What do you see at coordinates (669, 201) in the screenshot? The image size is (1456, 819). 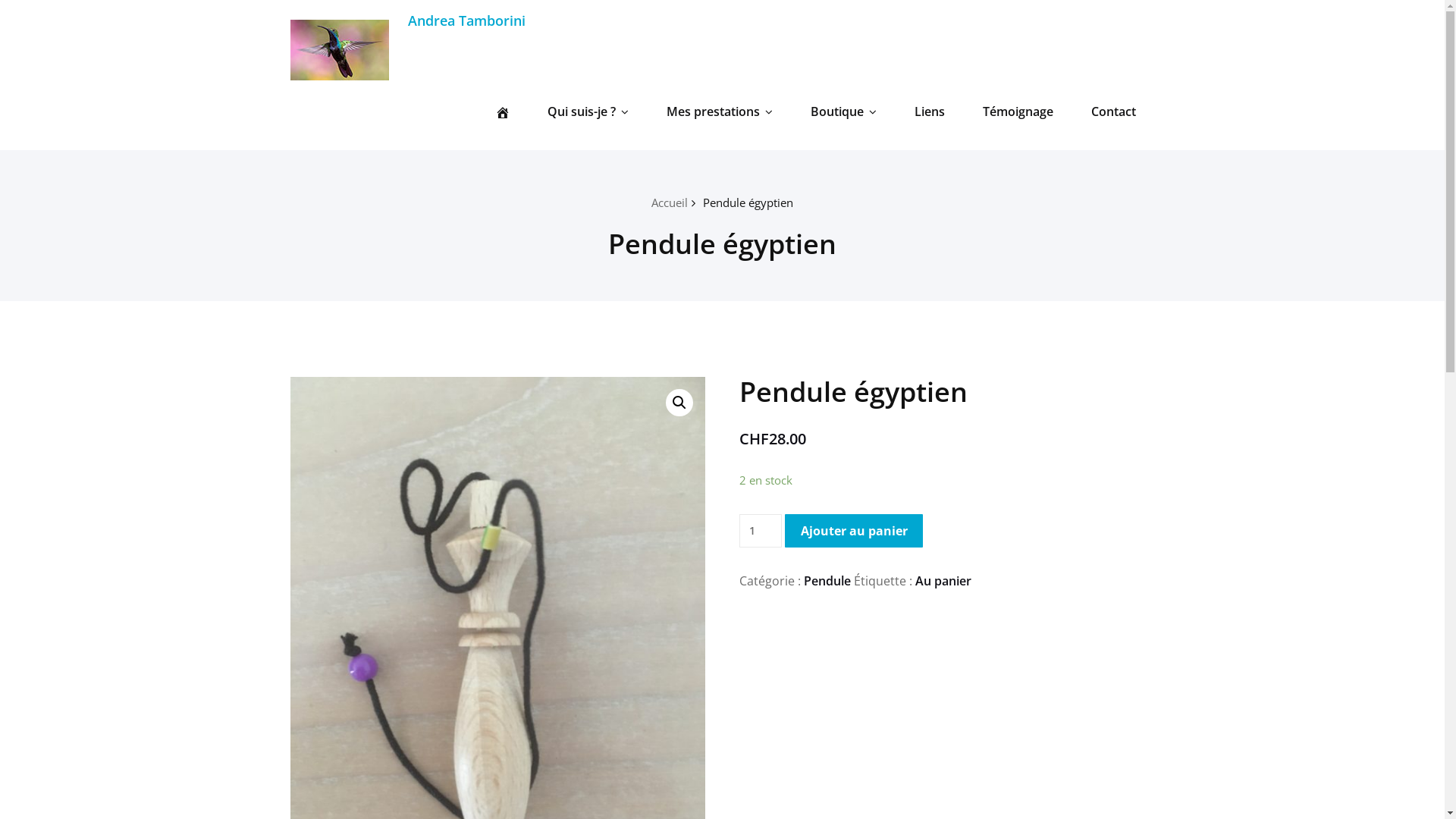 I see `'Accueil'` at bounding box center [669, 201].